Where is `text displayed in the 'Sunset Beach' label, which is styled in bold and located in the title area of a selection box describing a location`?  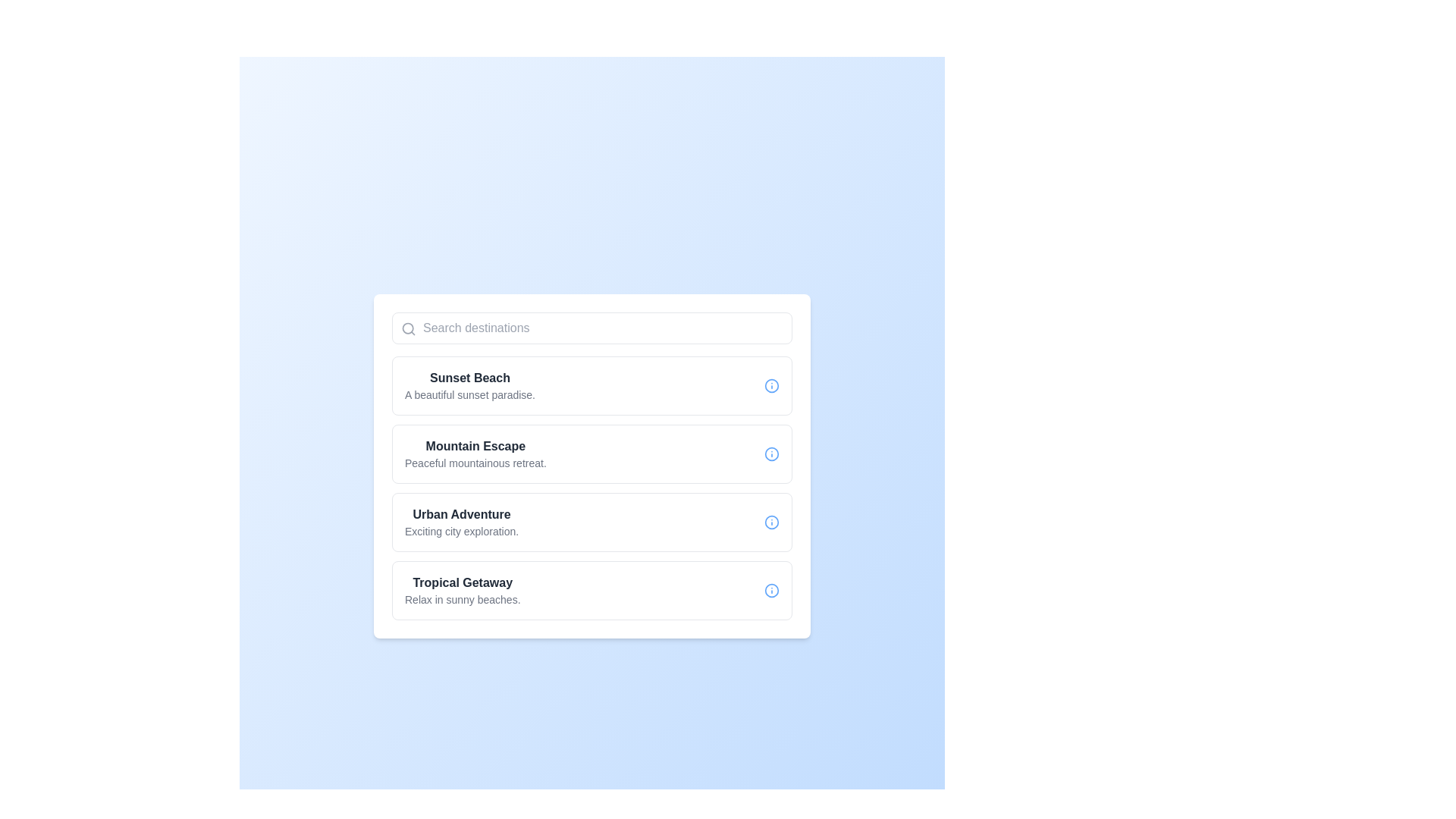
text displayed in the 'Sunset Beach' label, which is styled in bold and located in the title area of a selection box describing a location is located at coordinates (469, 377).